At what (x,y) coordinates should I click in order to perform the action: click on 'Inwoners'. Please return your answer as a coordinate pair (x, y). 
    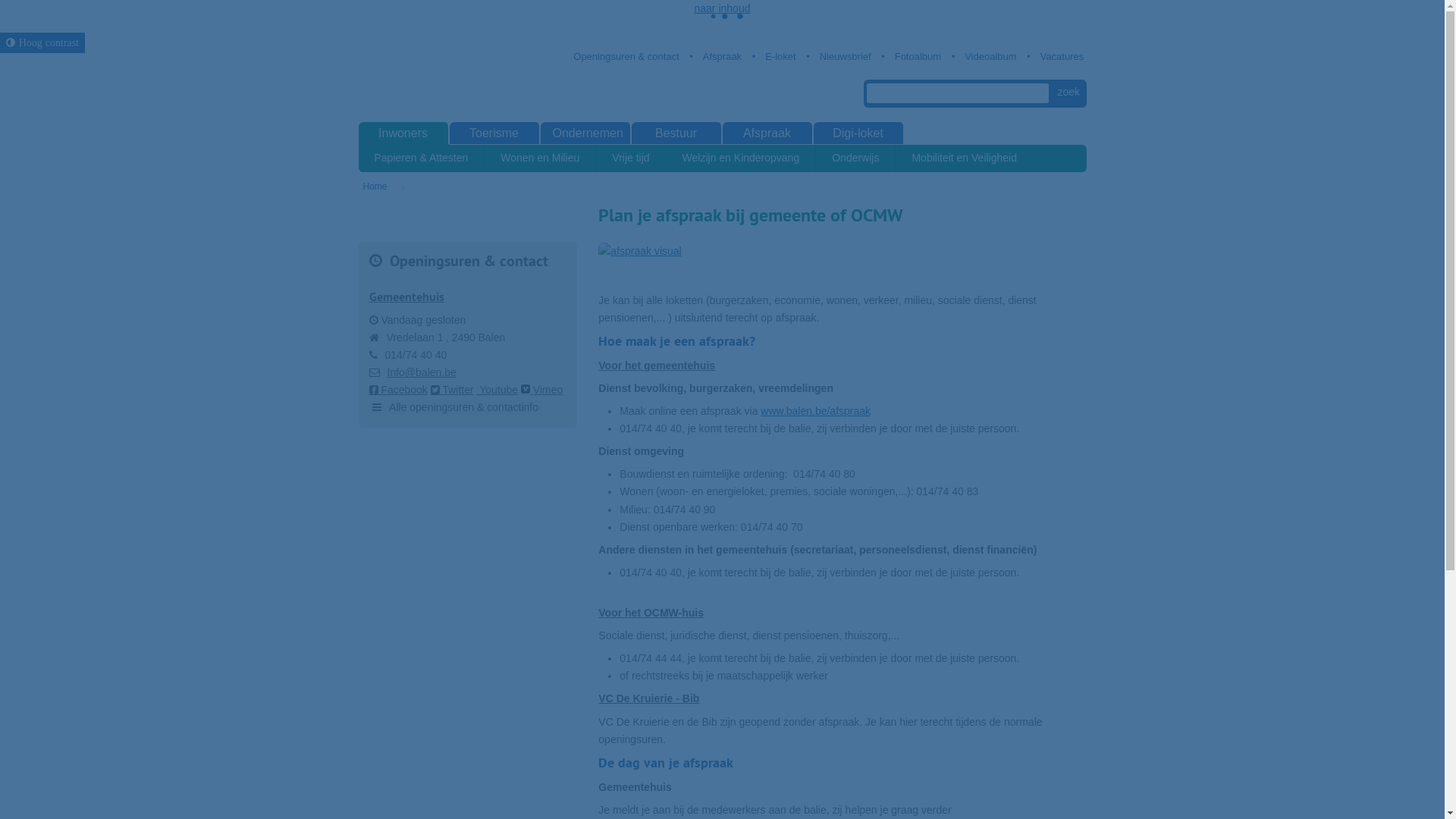
    Looking at the image, I should click on (403, 133).